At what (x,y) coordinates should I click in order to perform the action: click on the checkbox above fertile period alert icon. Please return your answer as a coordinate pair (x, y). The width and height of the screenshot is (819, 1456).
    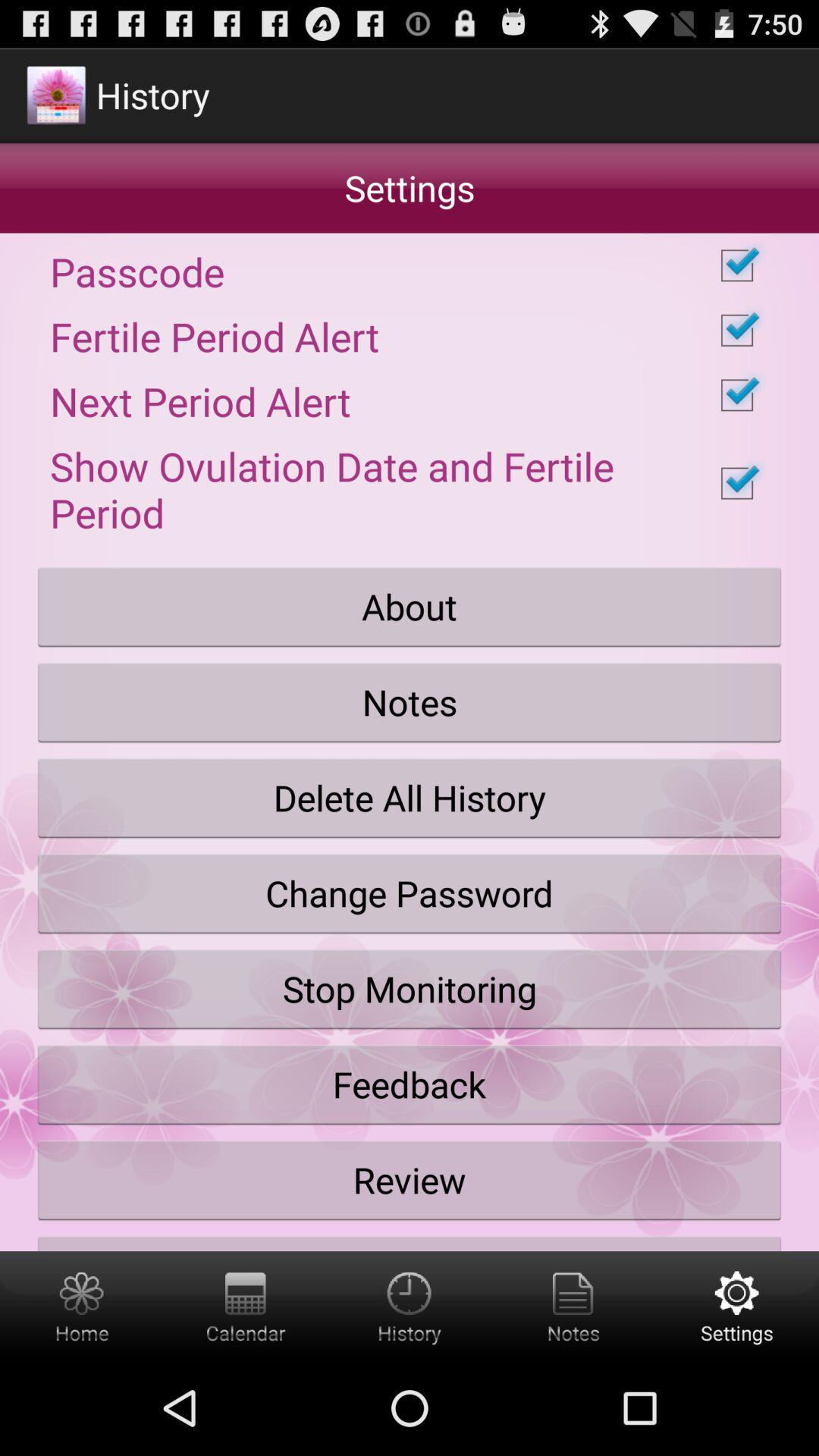
    Looking at the image, I should click on (409, 265).